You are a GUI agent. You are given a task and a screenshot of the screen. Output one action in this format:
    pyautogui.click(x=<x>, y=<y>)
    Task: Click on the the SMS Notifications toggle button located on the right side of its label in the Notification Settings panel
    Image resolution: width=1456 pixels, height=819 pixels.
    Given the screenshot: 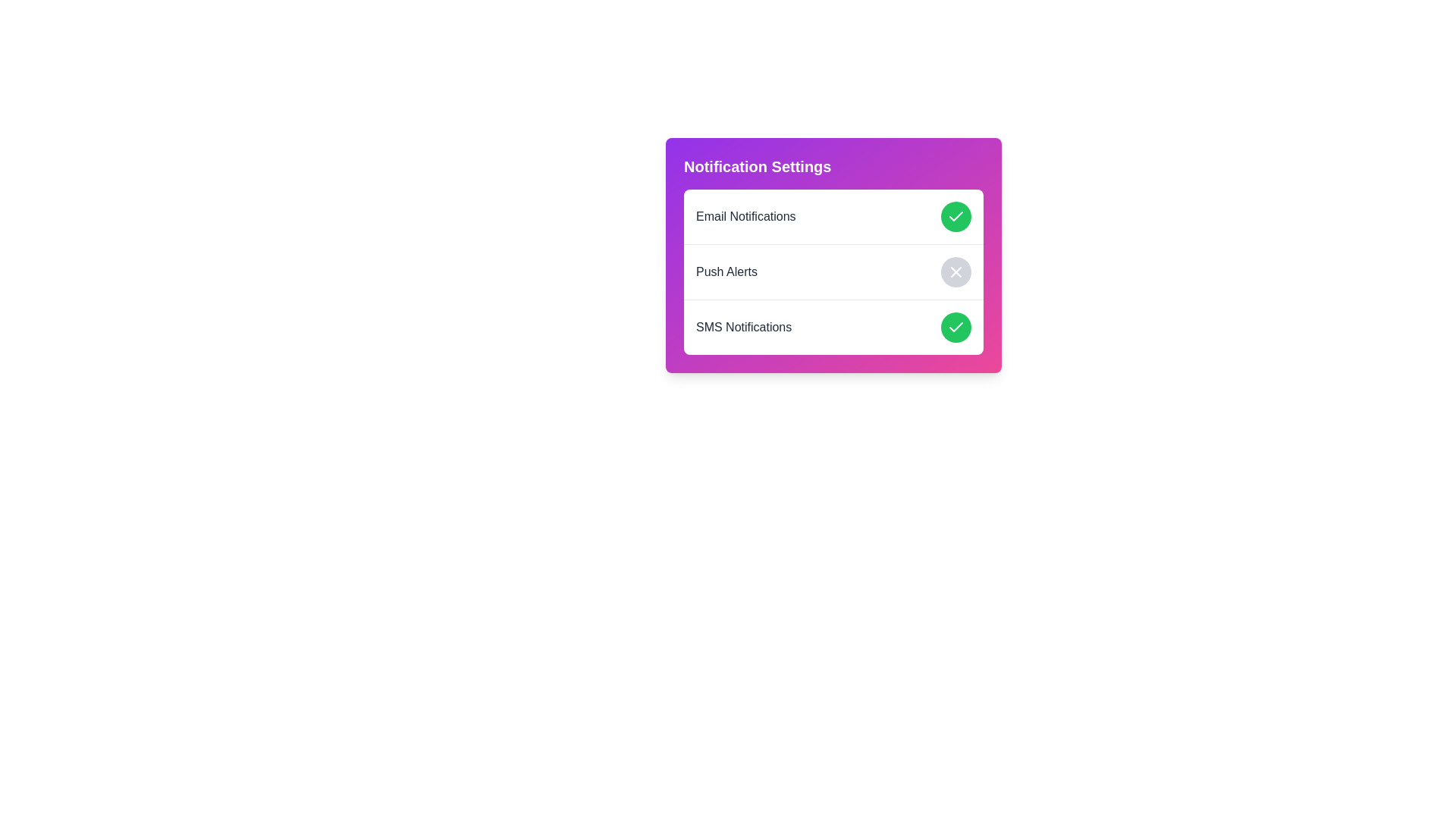 What is the action you would take?
    pyautogui.click(x=955, y=327)
    